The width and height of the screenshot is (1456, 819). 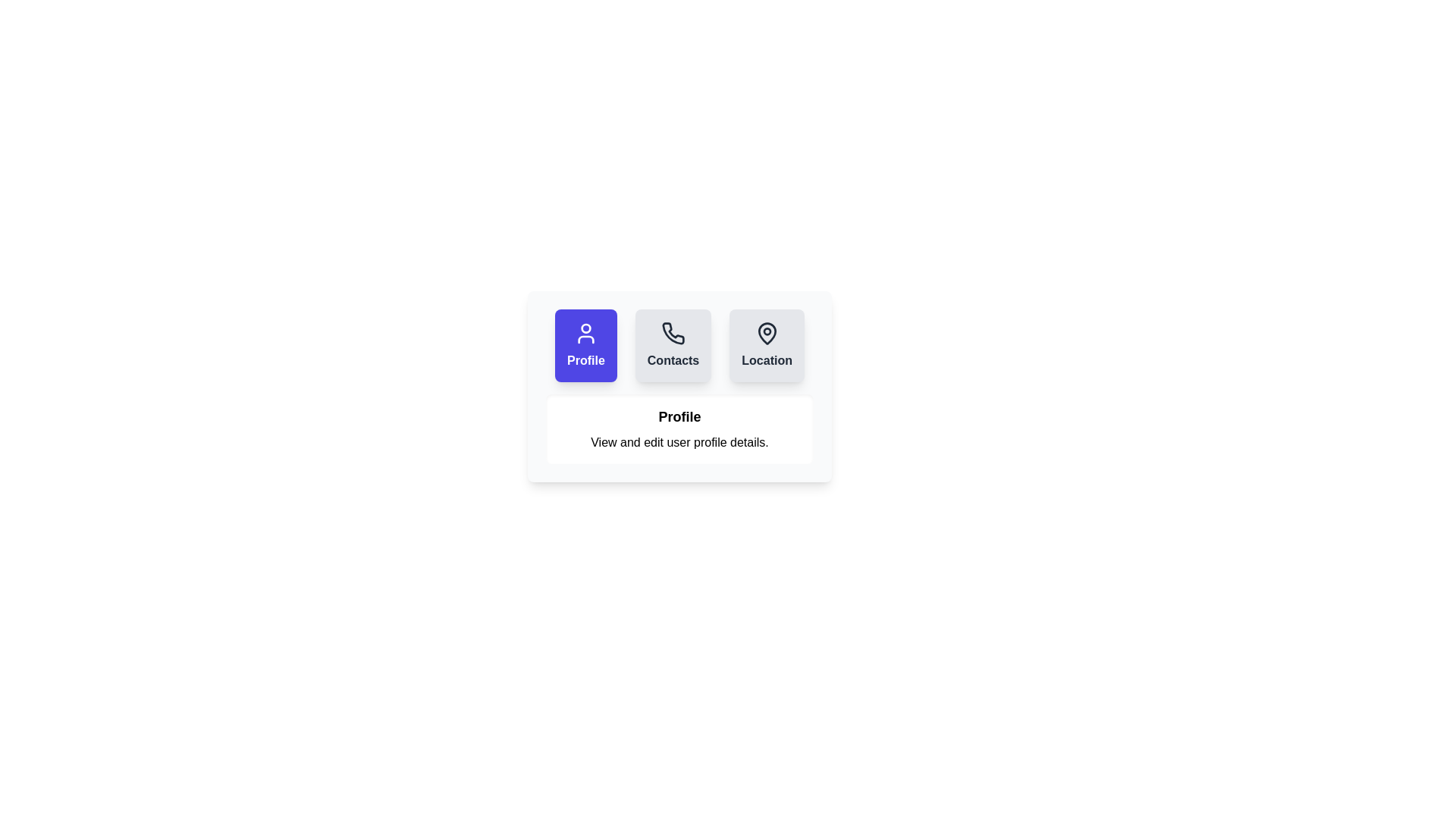 What do you see at coordinates (585, 345) in the screenshot?
I see `the Profile tab to view its content` at bounding box center [585, 345].